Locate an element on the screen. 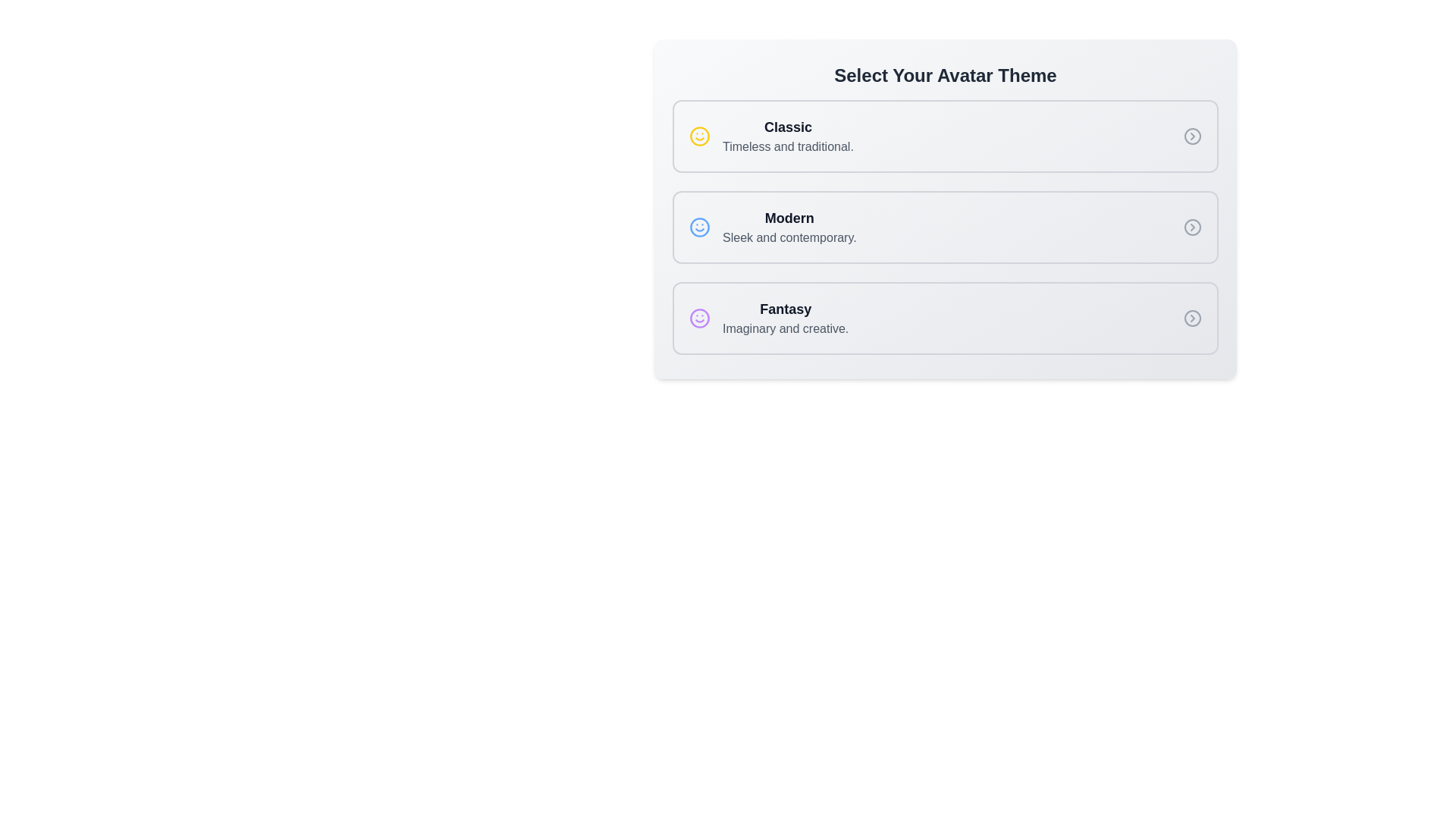  the circular smiley face icon with a blue outline located in the 'Modern' section, which is positioned between the 'Classic' and 'Fantasy' sections is located at coordinates (698, 227).